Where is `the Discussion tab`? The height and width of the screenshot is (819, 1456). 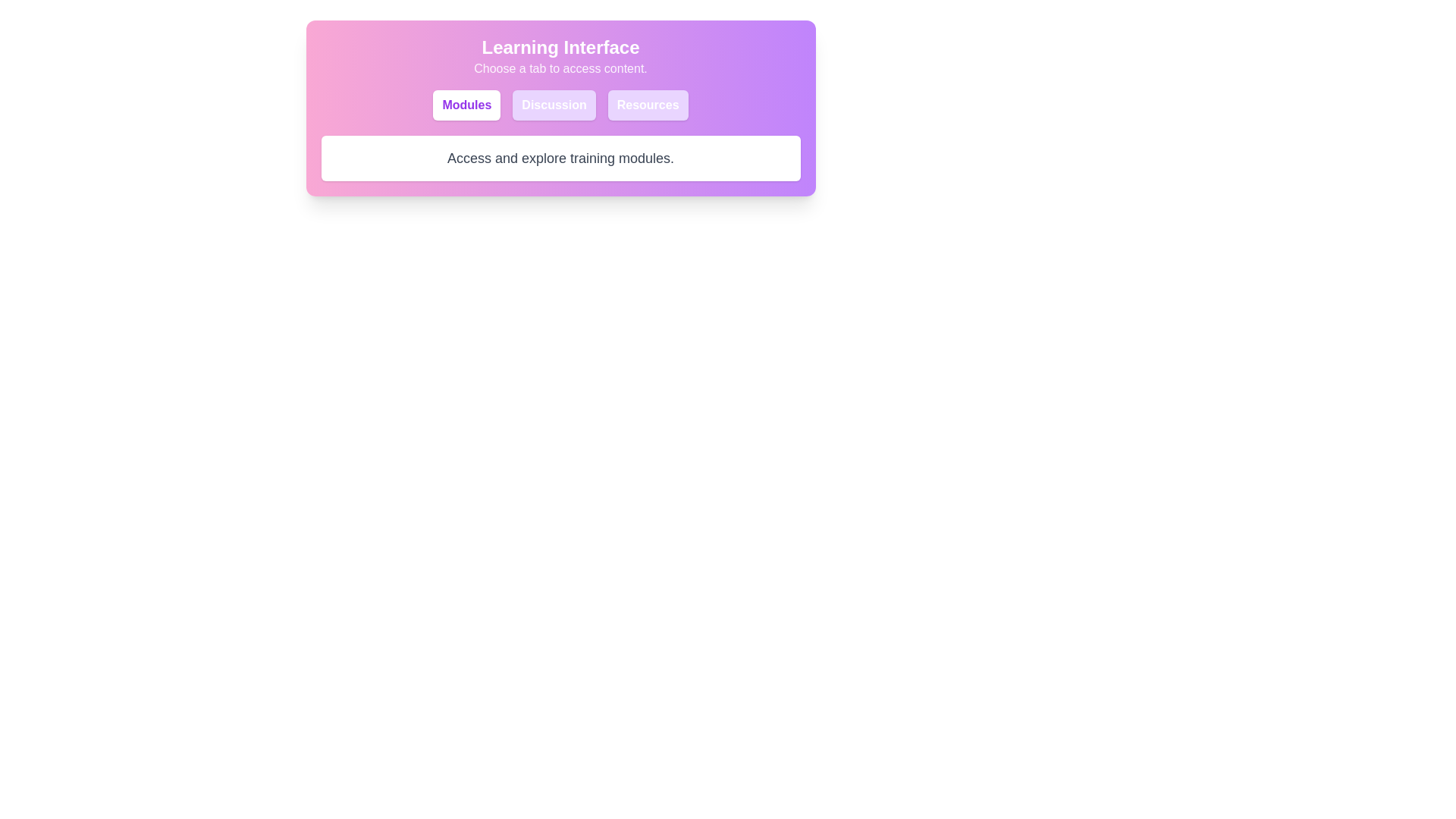 the Discussion tab is located at coordinates (553, 104).